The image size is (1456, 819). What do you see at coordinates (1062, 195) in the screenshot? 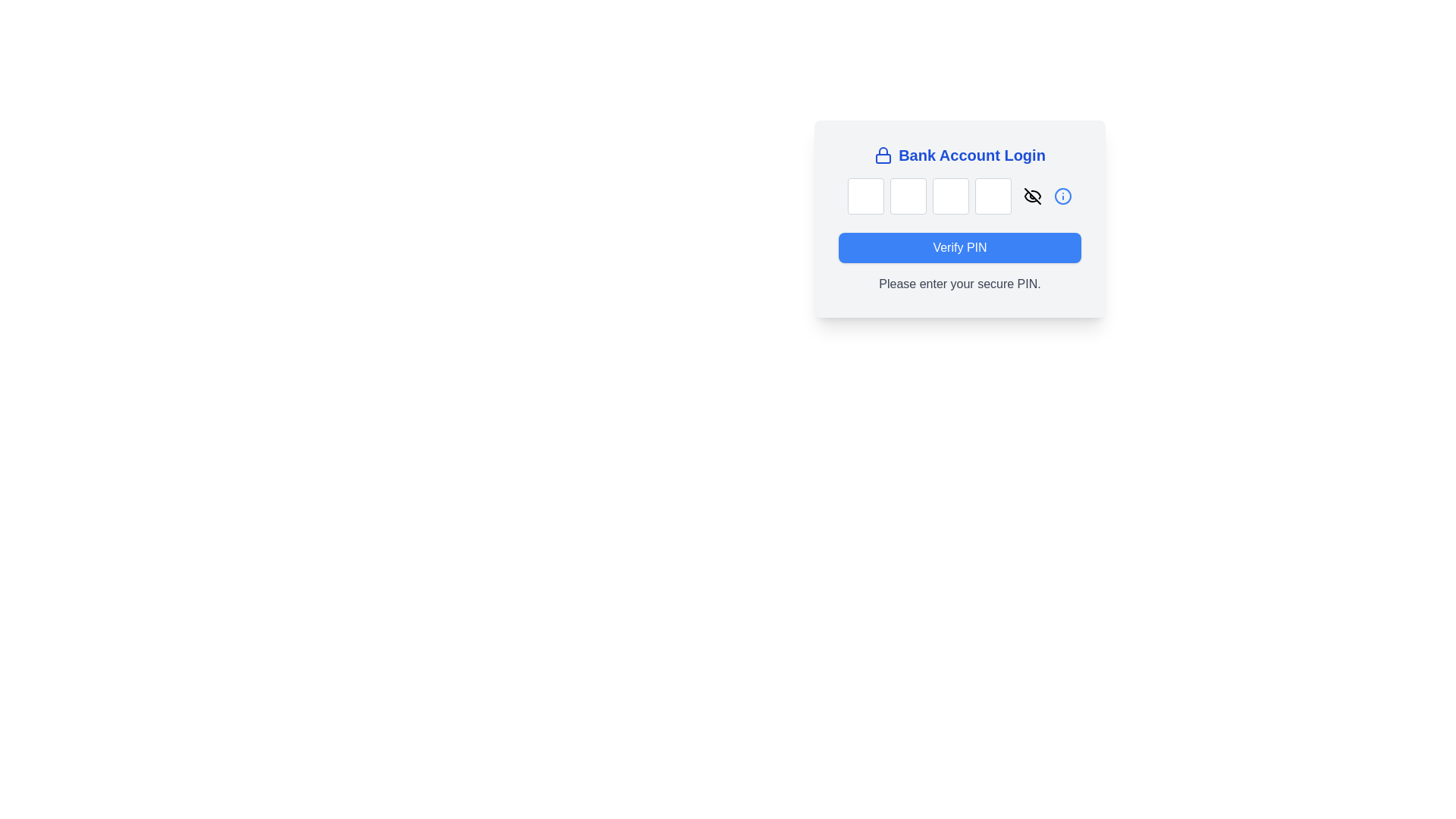
I see `the Icon button located at the far-right end of the PIN entry section` at bounding box center [1062, 195].